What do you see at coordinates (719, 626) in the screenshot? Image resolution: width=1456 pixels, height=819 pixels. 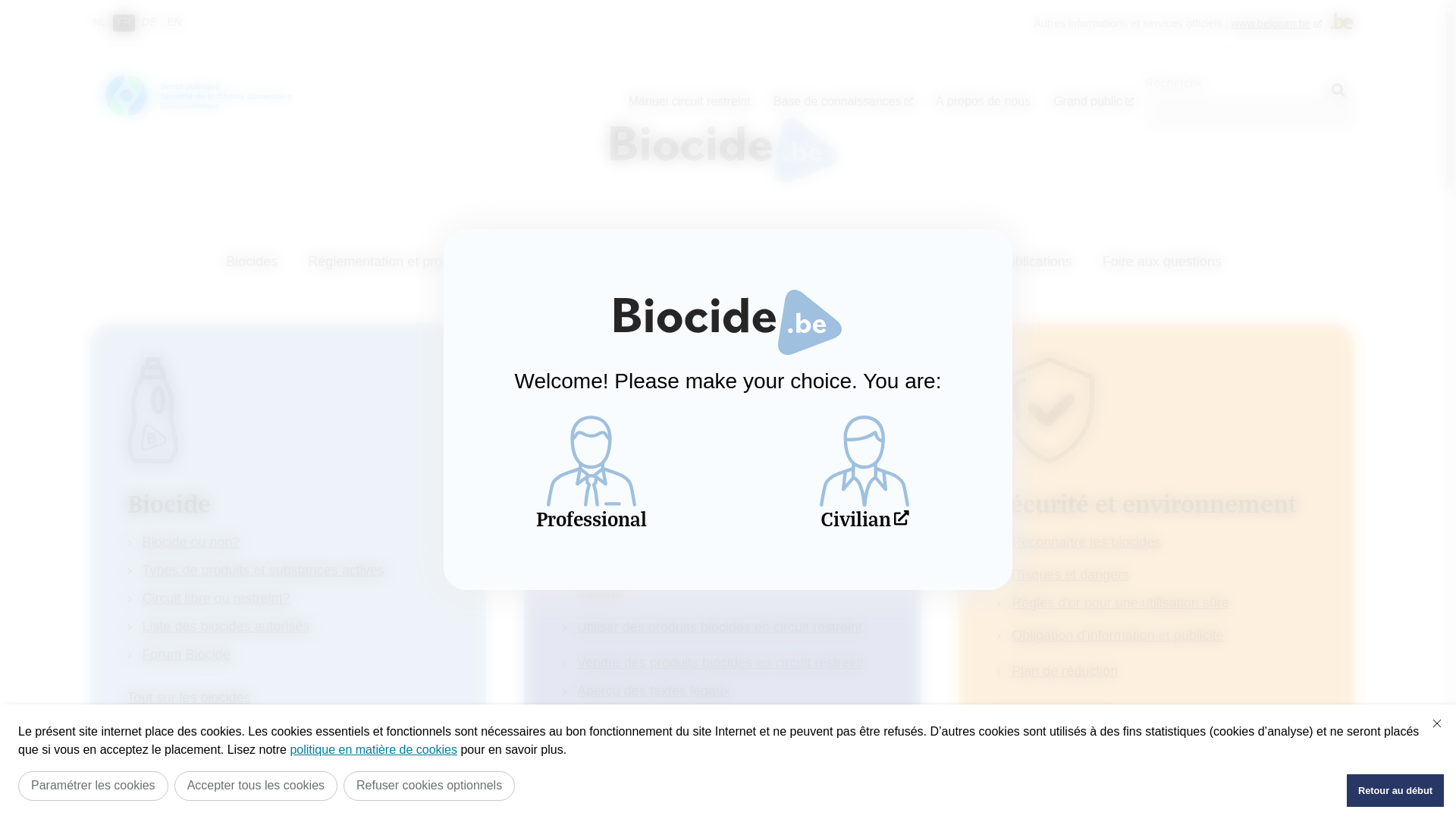 I see `'Utiliser des produits biocides en circuit restreint'` at bounding box center [719, 626].